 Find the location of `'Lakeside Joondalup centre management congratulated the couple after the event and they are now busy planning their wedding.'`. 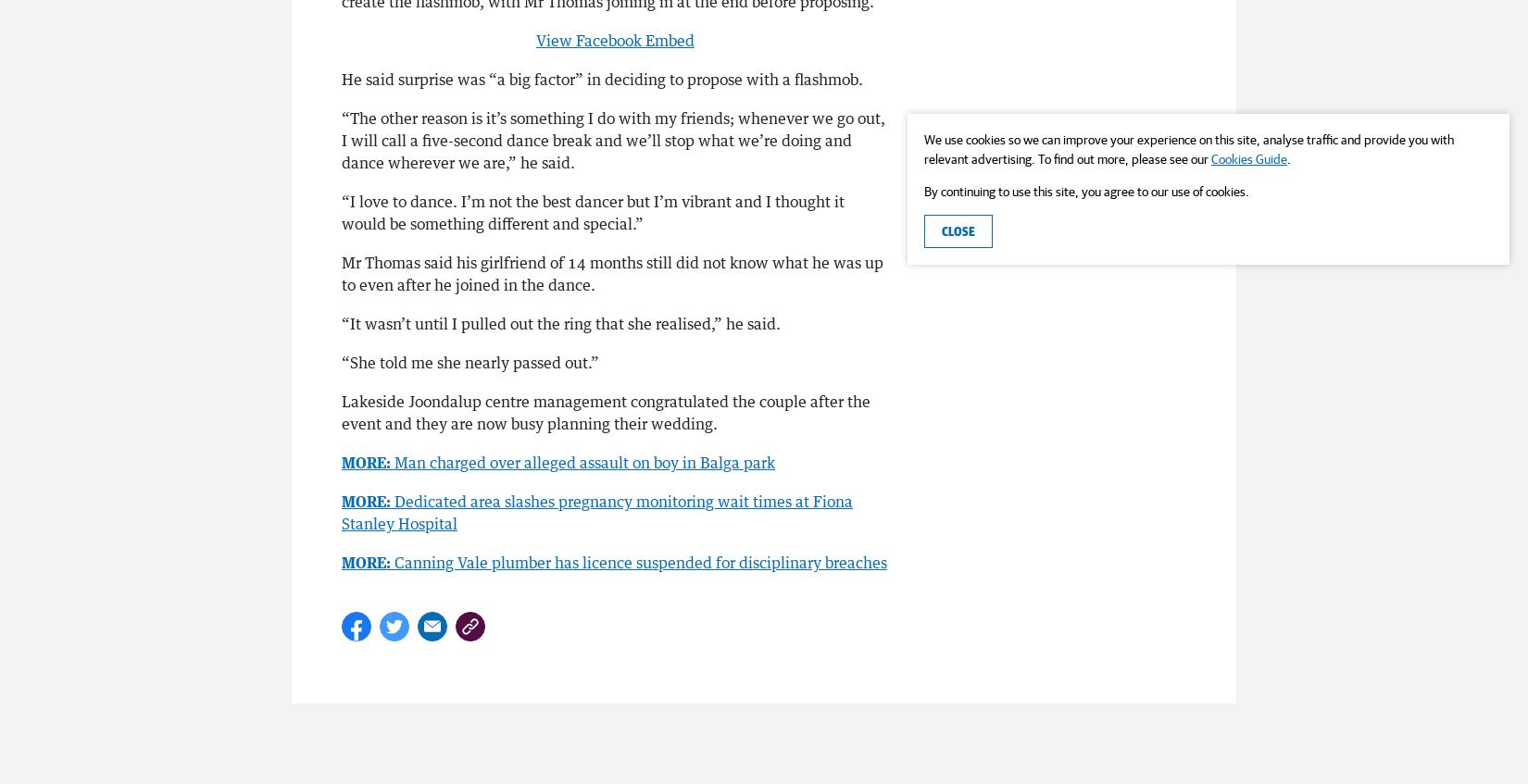

'Lakeside Joondalup centre management congratulated the couple after the event and they are now busy planning their wedding.' is located at coordinates (605, 410).